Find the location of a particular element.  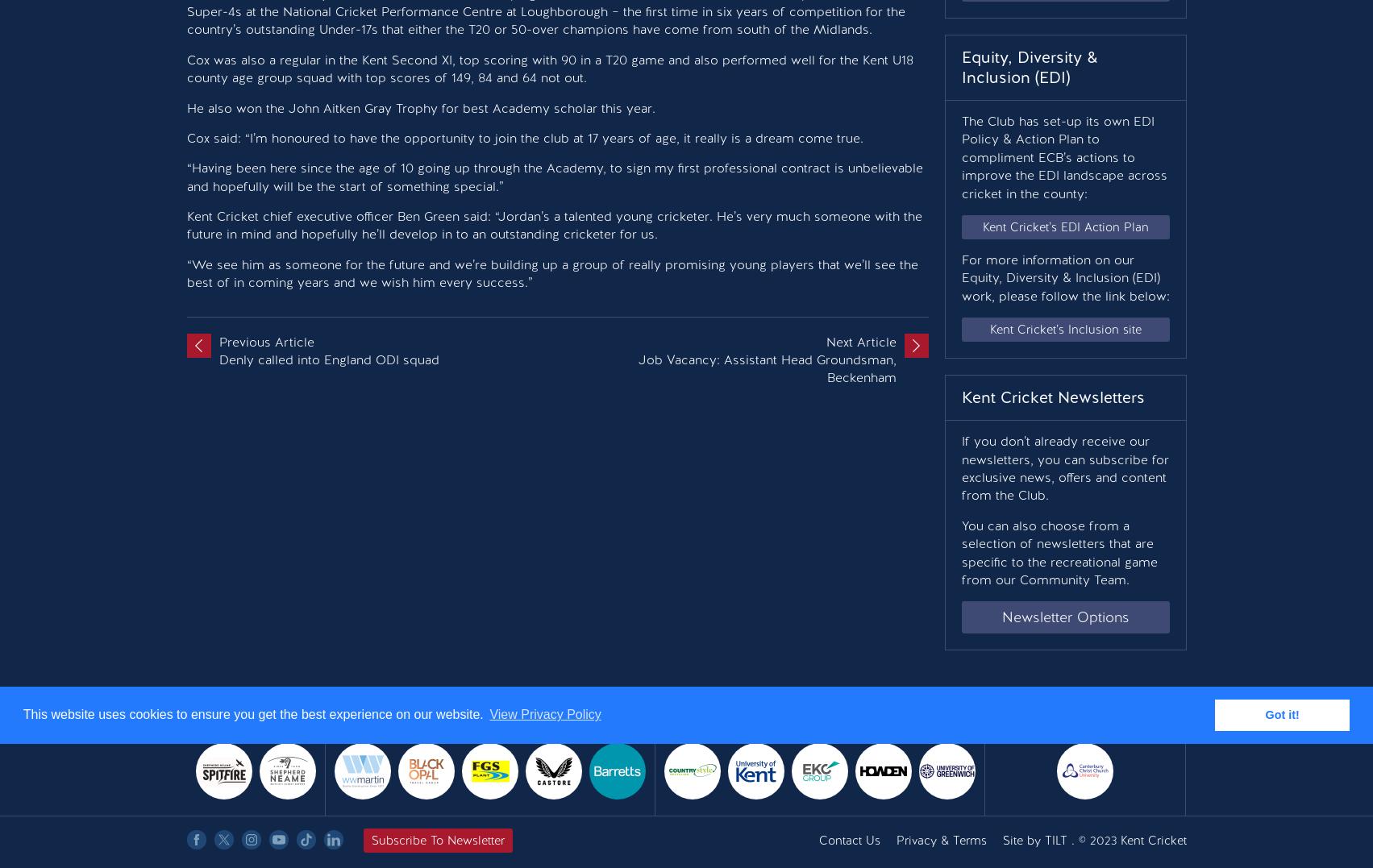

'Subscribe To Newsletter' is located at coordinates (370, 840).